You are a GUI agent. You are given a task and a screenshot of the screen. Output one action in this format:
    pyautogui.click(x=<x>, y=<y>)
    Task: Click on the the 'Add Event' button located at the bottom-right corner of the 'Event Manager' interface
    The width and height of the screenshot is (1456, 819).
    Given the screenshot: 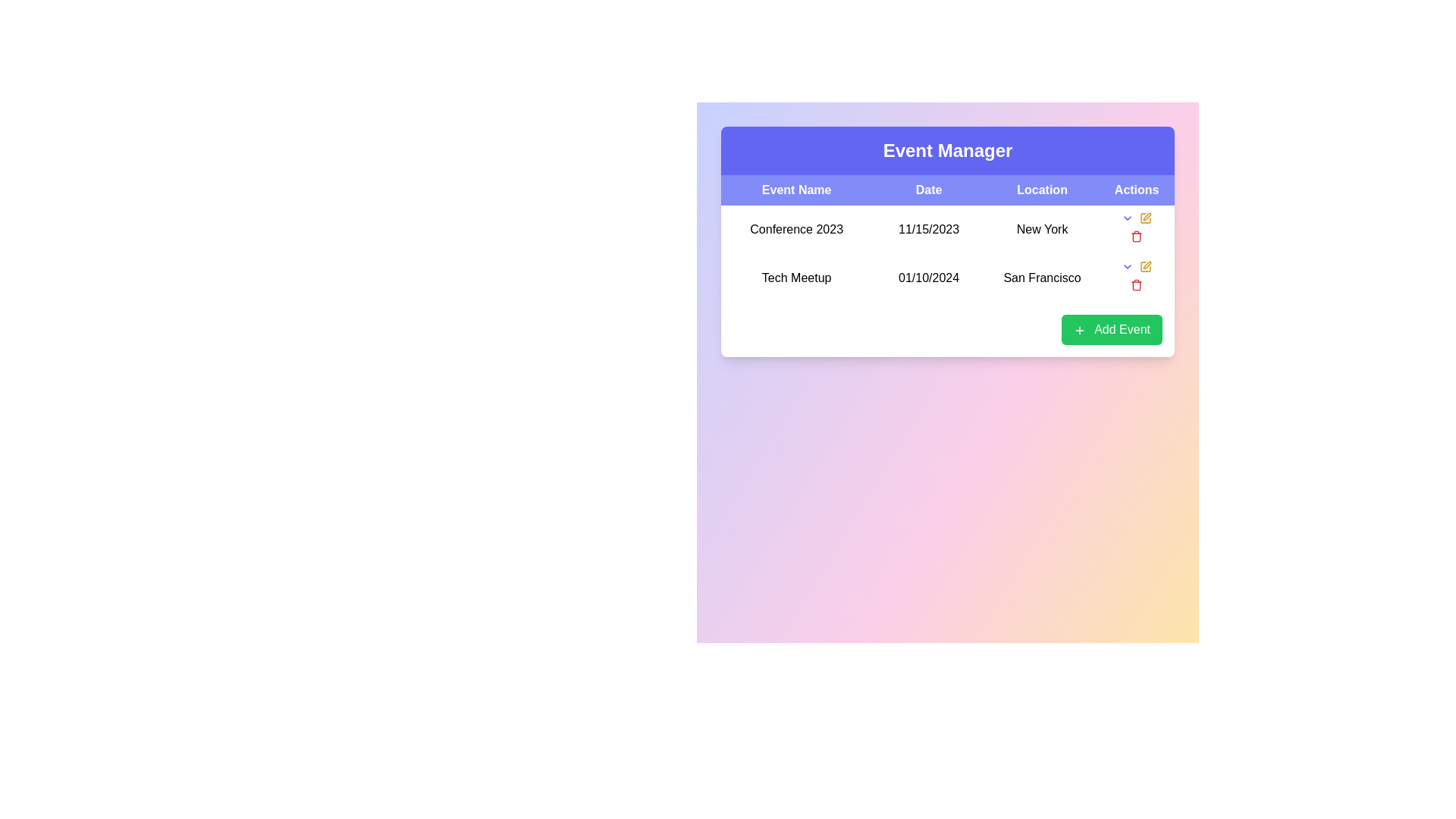 What is the action you would take?
    pyautogui.click(x=1112, y=329)
    